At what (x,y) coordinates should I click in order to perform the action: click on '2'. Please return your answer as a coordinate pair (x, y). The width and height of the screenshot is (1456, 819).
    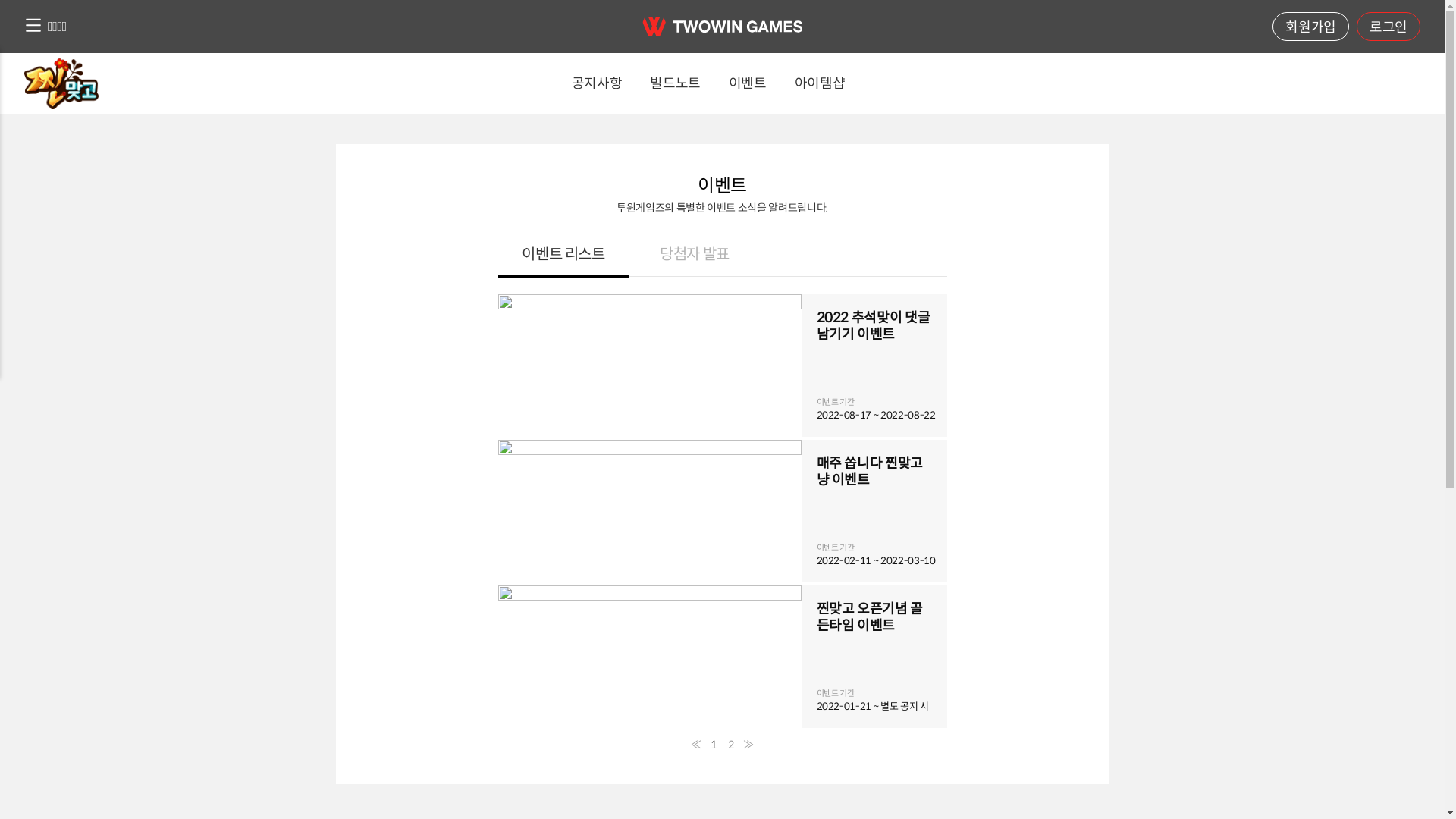
    Looking at the image, I should click on (731, 744).